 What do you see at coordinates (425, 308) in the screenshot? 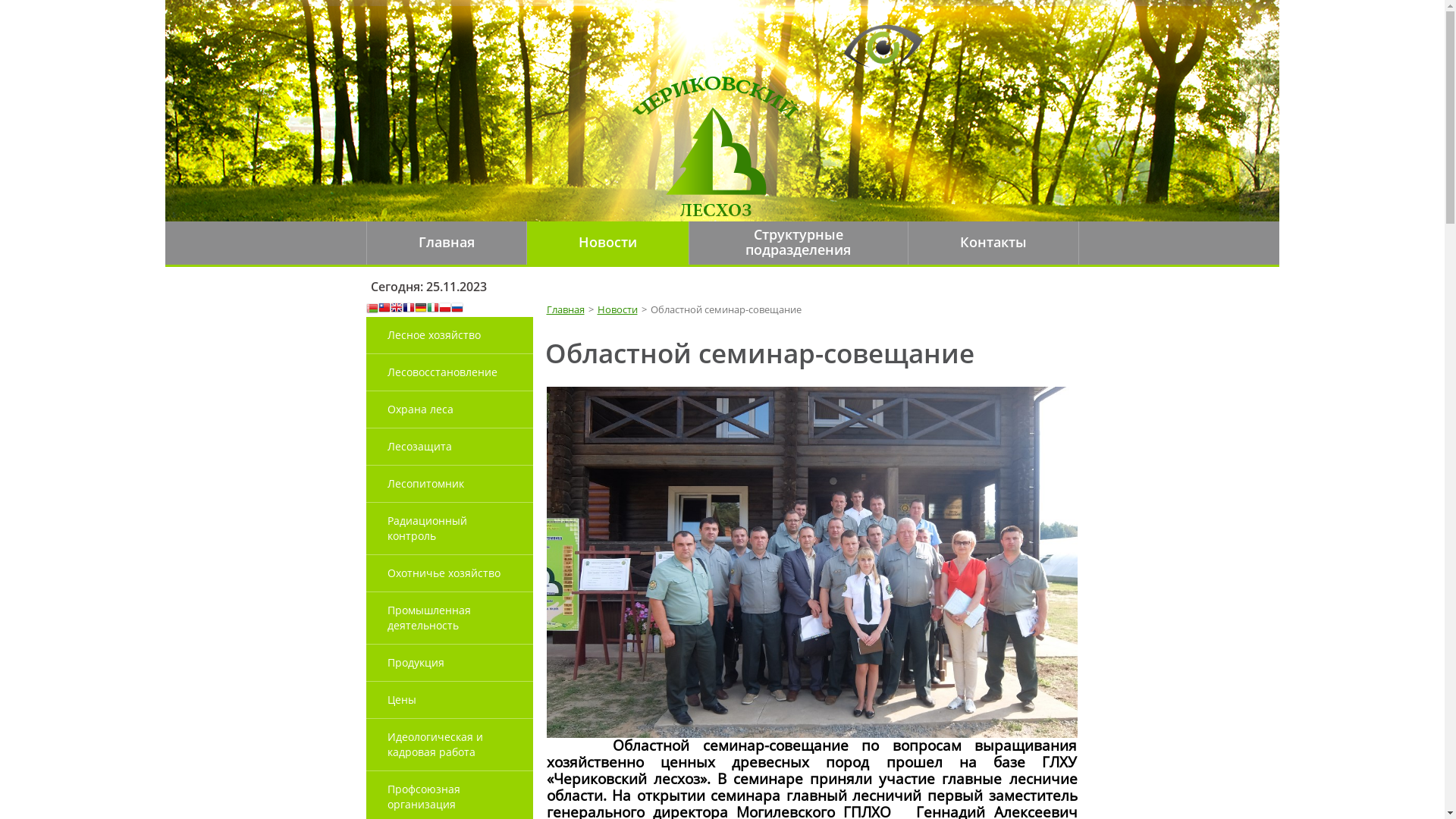
I see `'Italian'` at bounding box center [425, 308].